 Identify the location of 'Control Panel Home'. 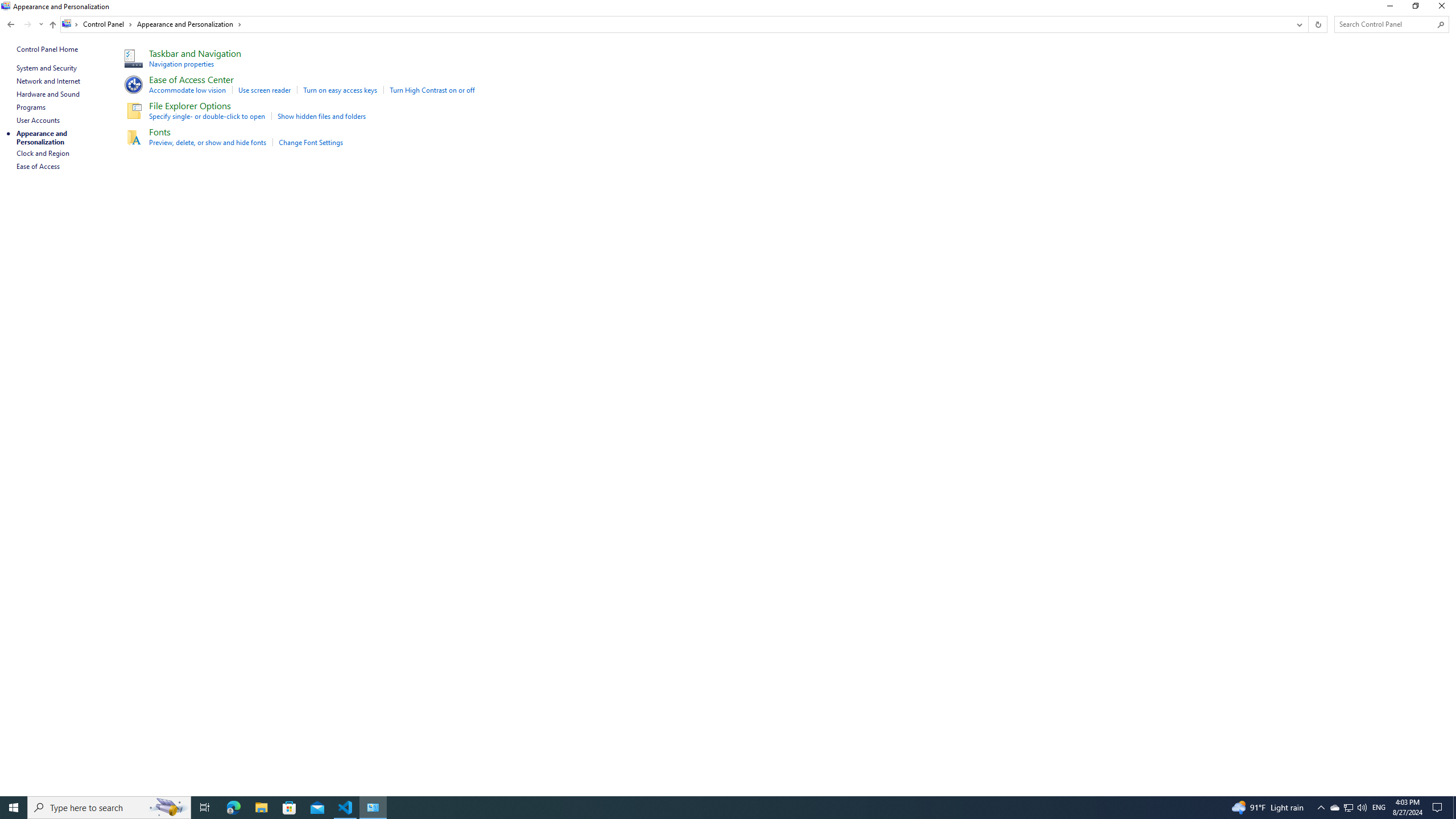
(47, 48).